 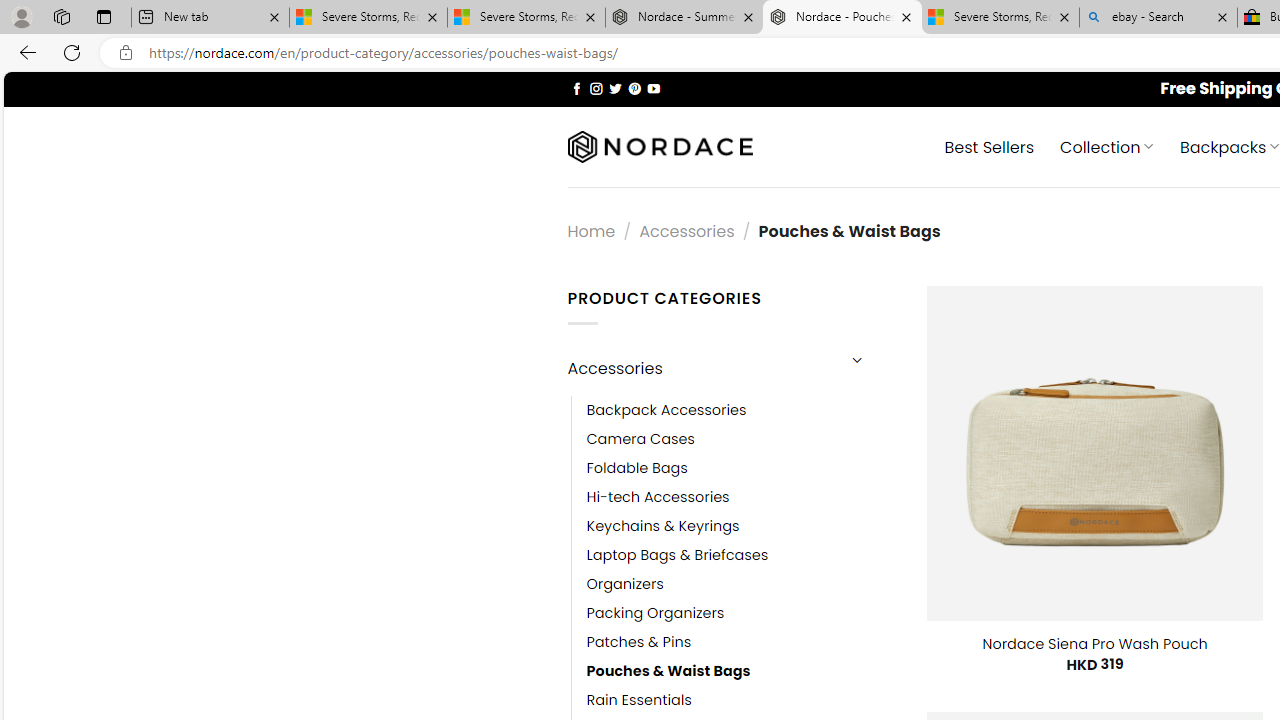 What do you see at coordinates (638, 642) in the screenshot?
I see `'Patches & Pins'` at bounding box center [638, 642].